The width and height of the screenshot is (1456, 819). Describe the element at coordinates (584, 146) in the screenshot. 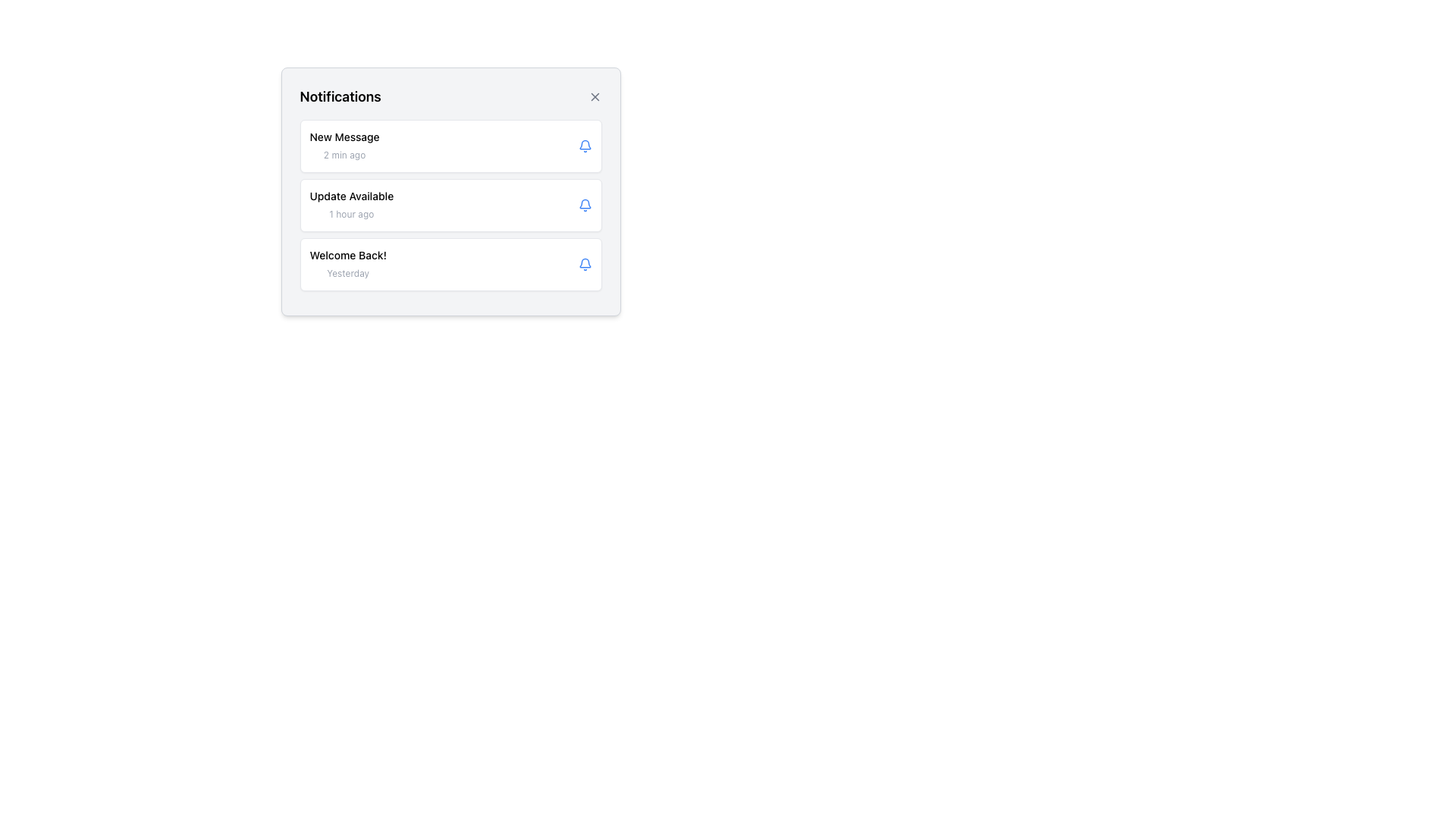

I see `the notification button associated with the 'New Message' notification to change its color` at that location.